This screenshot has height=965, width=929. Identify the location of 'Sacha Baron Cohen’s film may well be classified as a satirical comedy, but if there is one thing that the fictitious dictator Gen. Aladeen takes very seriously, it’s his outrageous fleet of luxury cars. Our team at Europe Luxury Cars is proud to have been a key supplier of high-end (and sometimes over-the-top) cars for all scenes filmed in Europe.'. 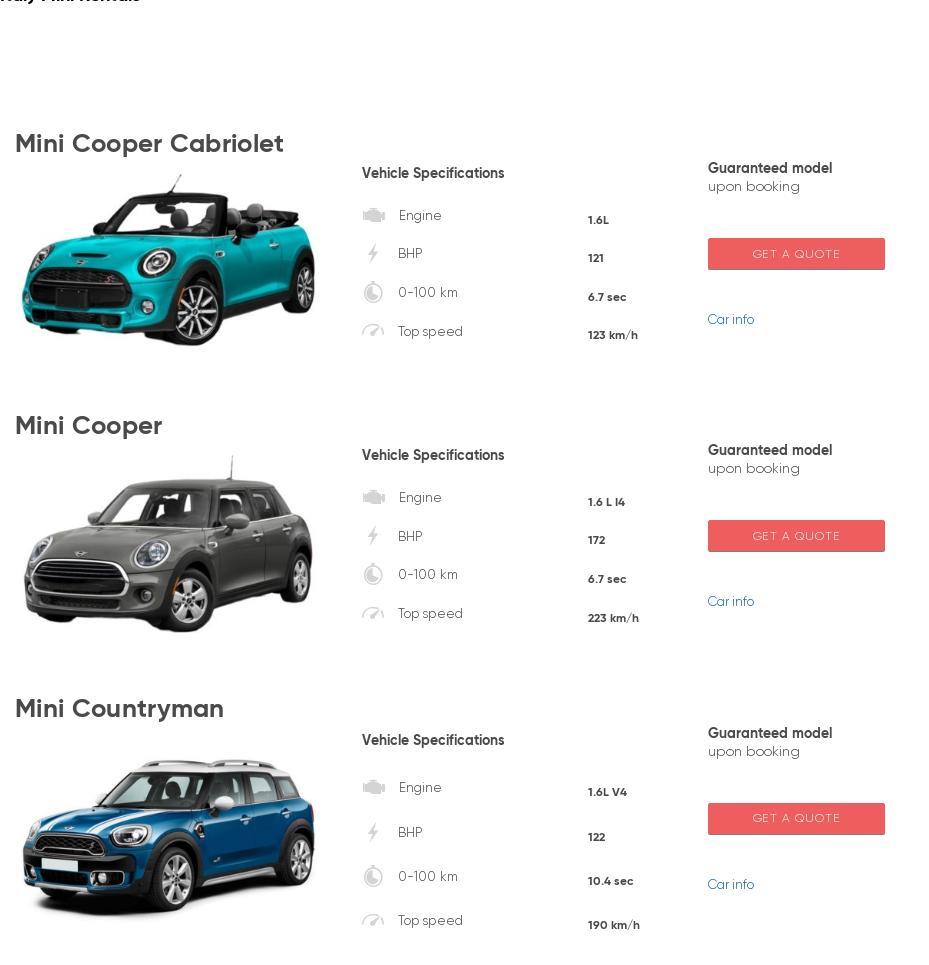
(446, 103).